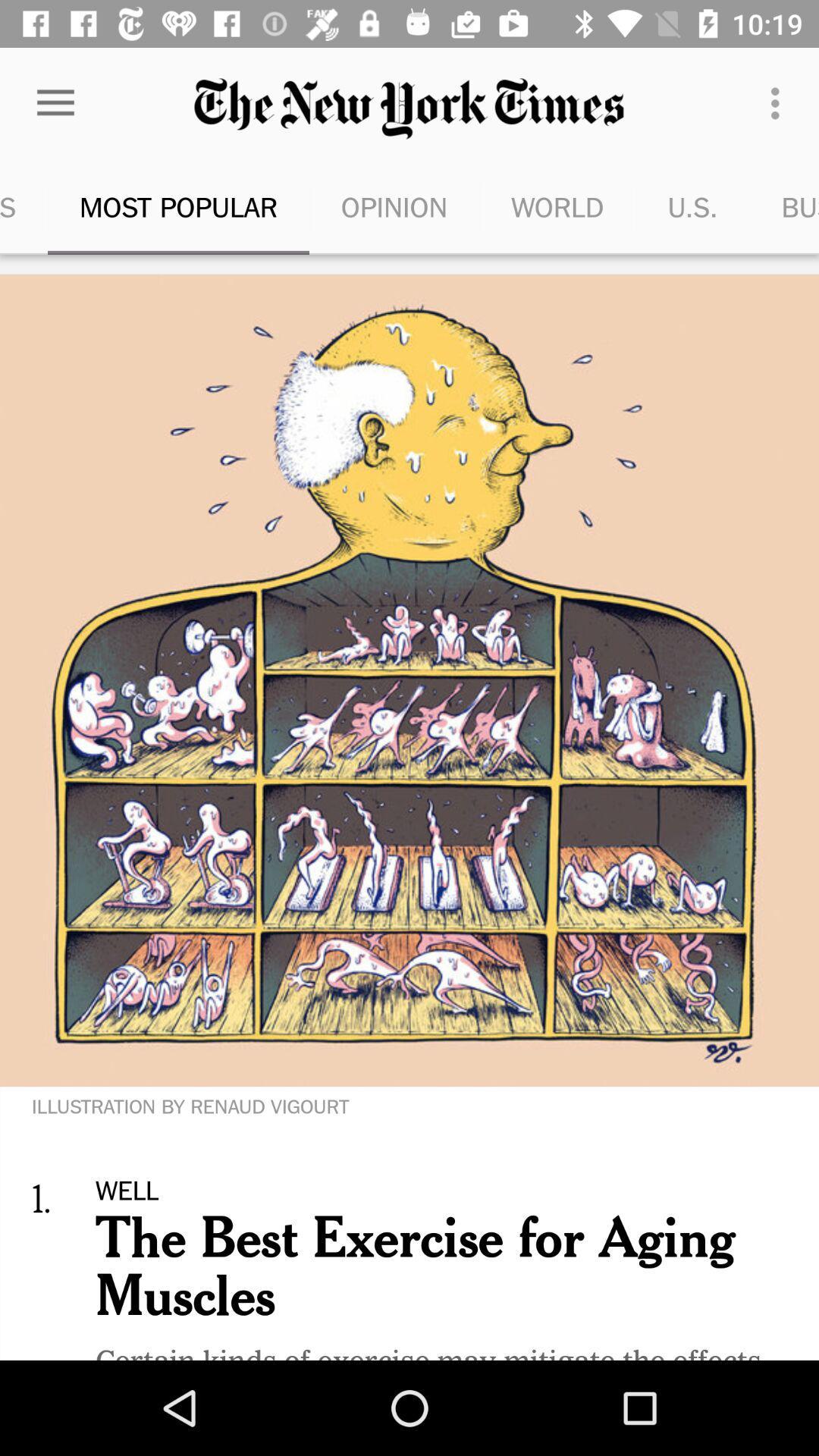 The image size is (819, 1456). What do you see at coordinates (784, 206) in the screenshot?
I see `the button which is below the menu button` at bounding box center [784, 206].